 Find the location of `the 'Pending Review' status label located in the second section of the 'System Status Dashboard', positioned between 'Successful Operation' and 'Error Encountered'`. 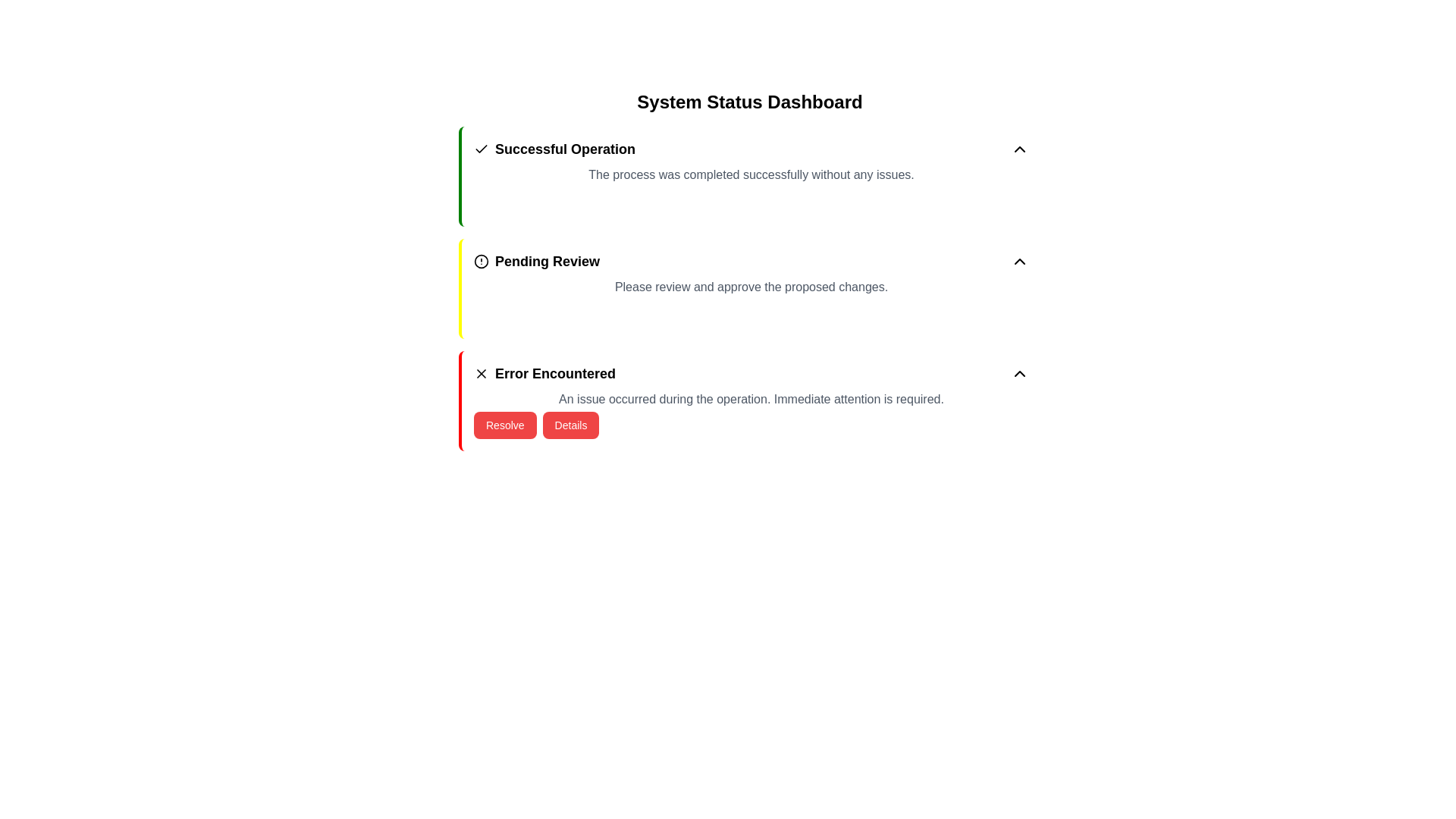

the 'Pending Review' status label located in the second section of the 'System Status Dashboard', positioned between 'Successful Operation' and 'Error Encountered' is located at coordinates (537, 260).